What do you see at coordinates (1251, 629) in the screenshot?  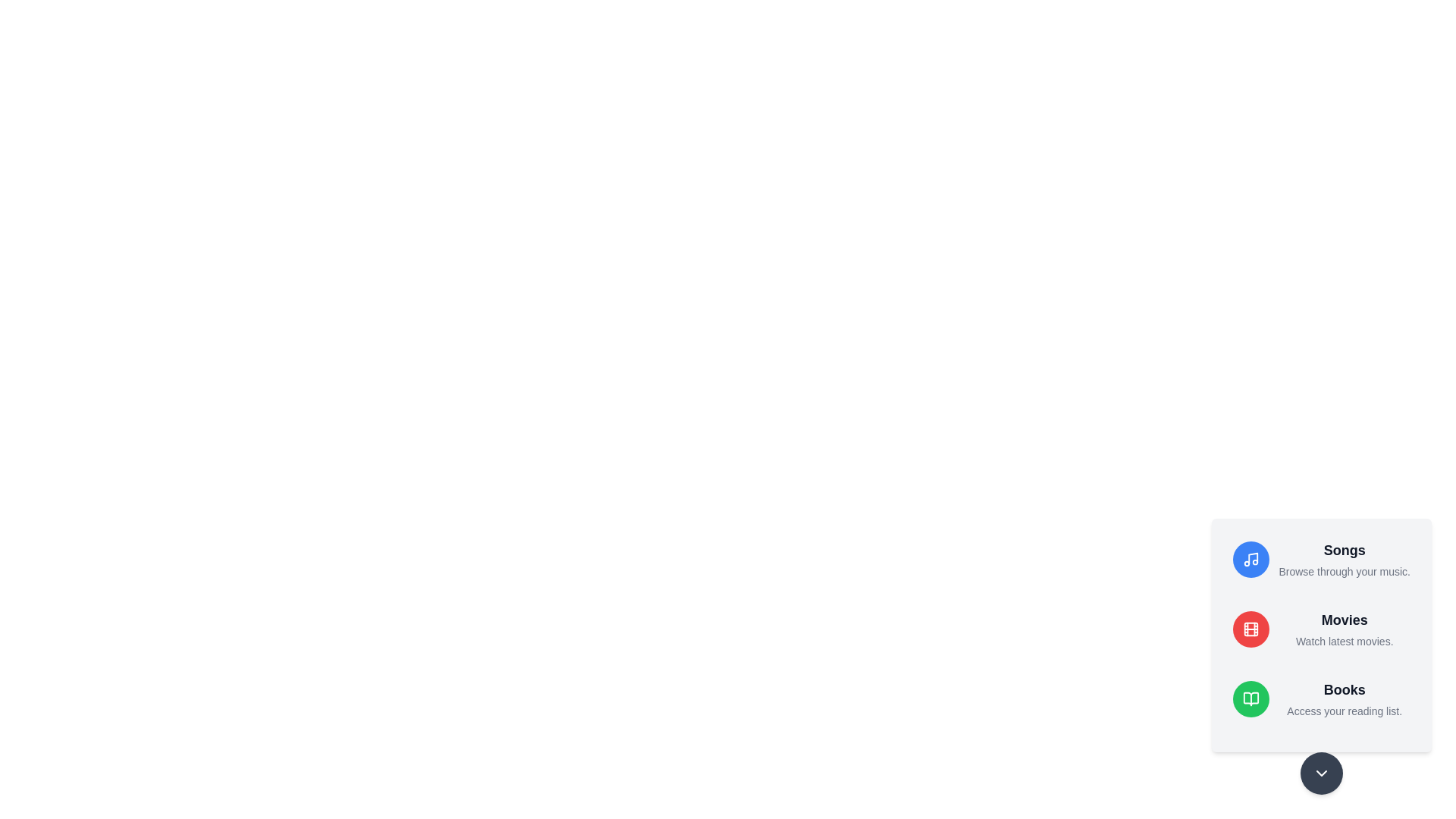 I see `the Movies button to interact with the corresponding media option` at bounding box center [1251, 629].